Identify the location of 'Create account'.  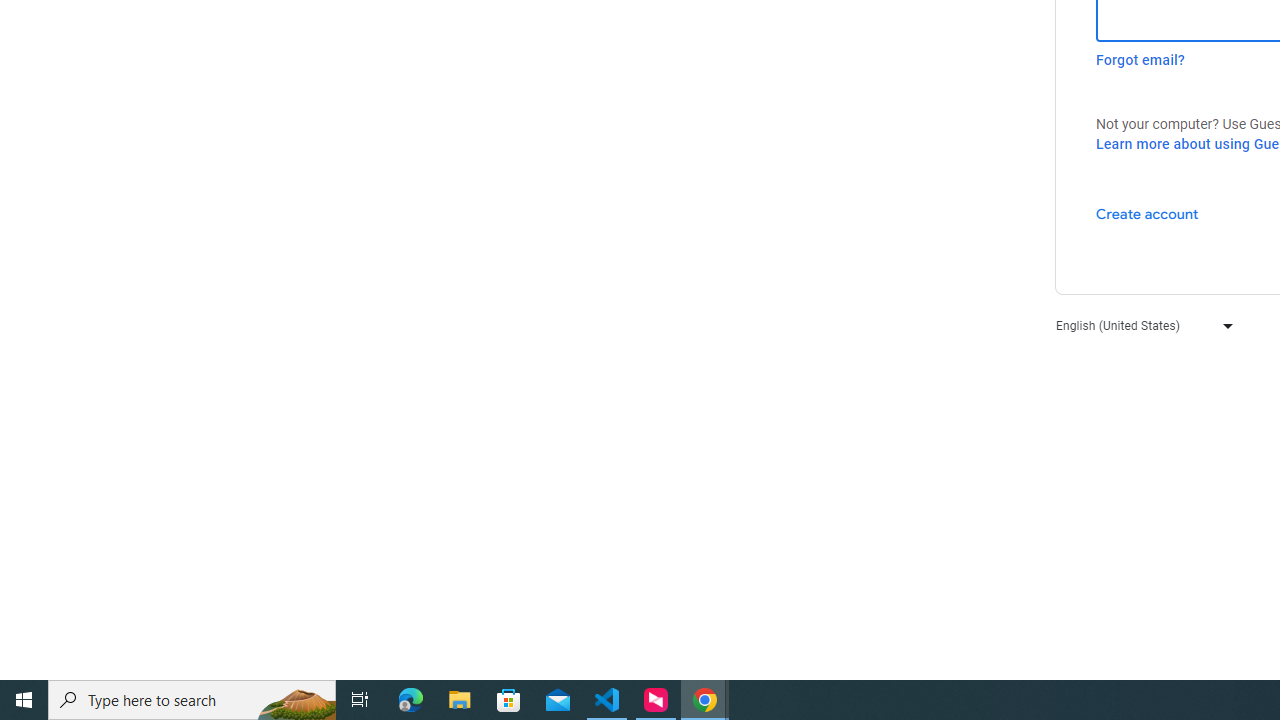
(1146, 213).